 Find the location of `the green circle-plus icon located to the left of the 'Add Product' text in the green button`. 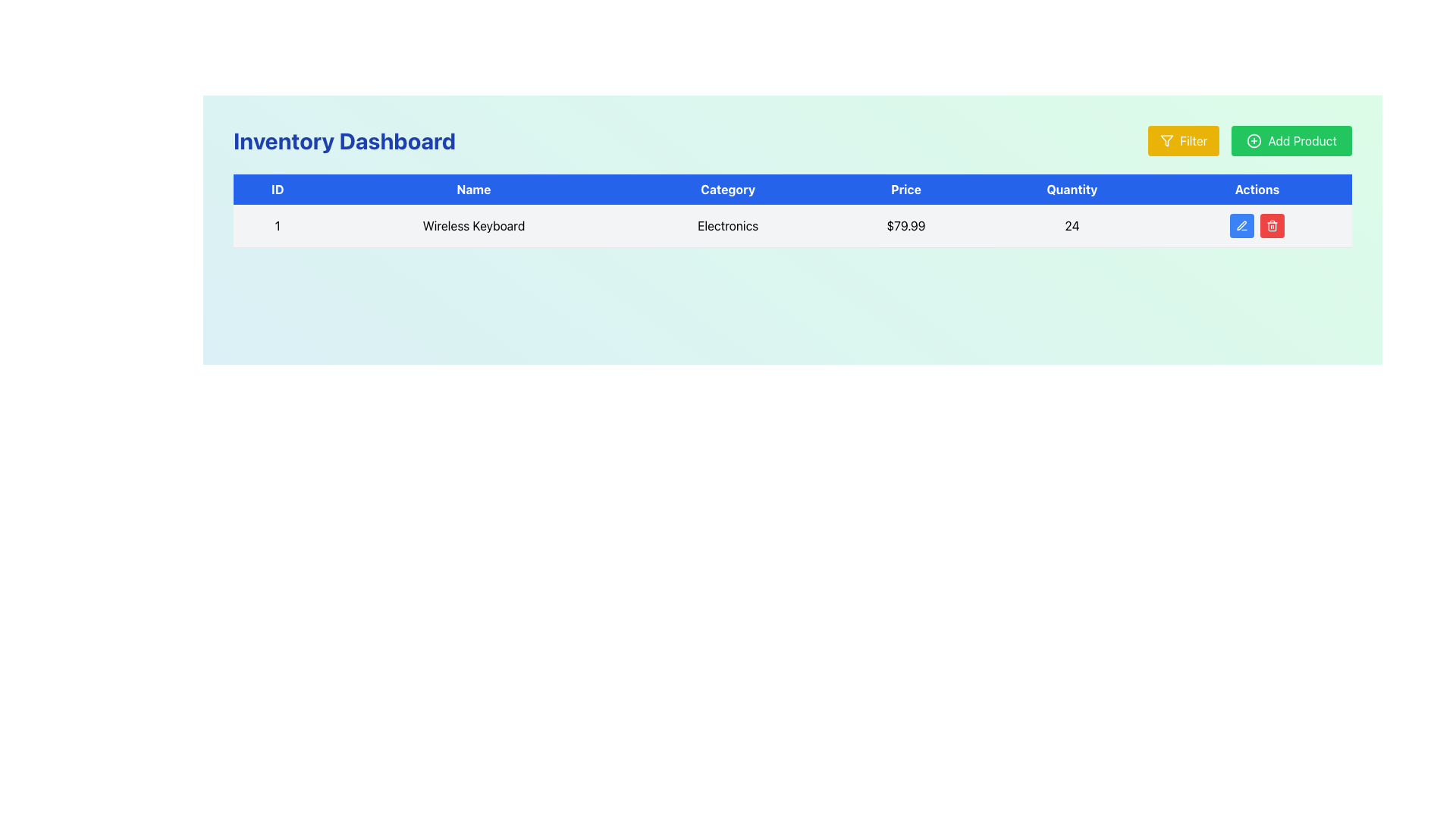

the green circle-plus icon located to the left of the 'Add Product' text in the green button is located at coordinates (1254, 140).